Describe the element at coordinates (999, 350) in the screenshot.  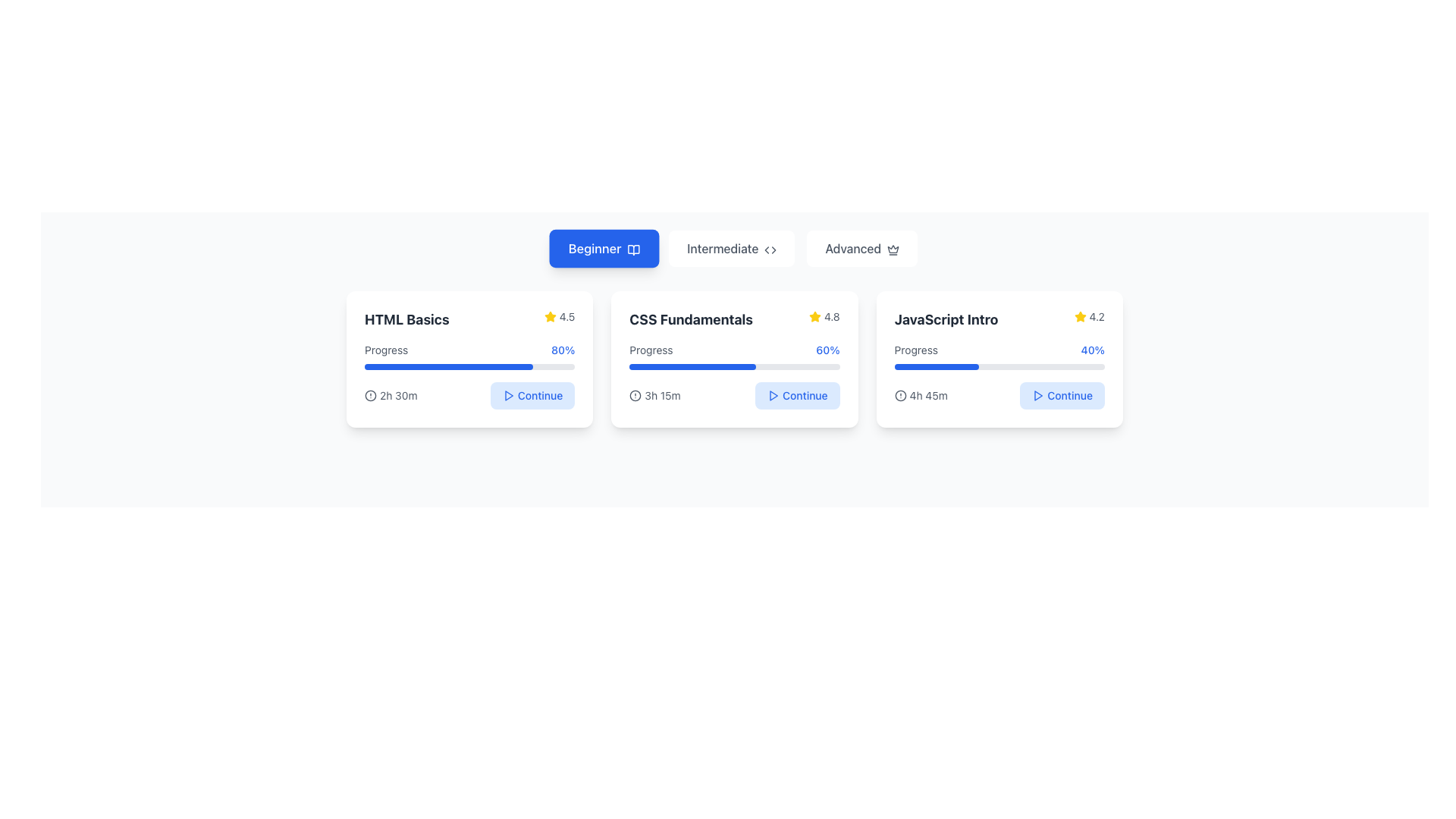
I see `the text display element showing 'Progress' and '40%' for accessibility purposes` at that location.